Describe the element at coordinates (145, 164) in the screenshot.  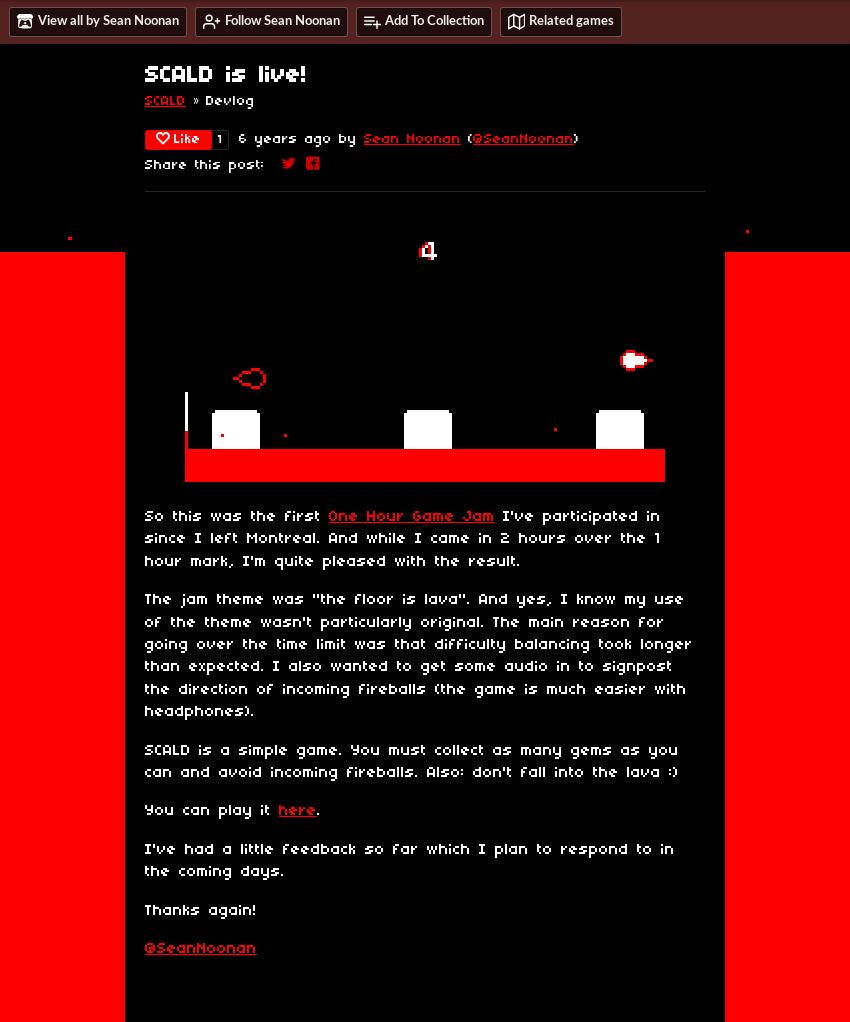
I see `'Share this post:'` at that location.